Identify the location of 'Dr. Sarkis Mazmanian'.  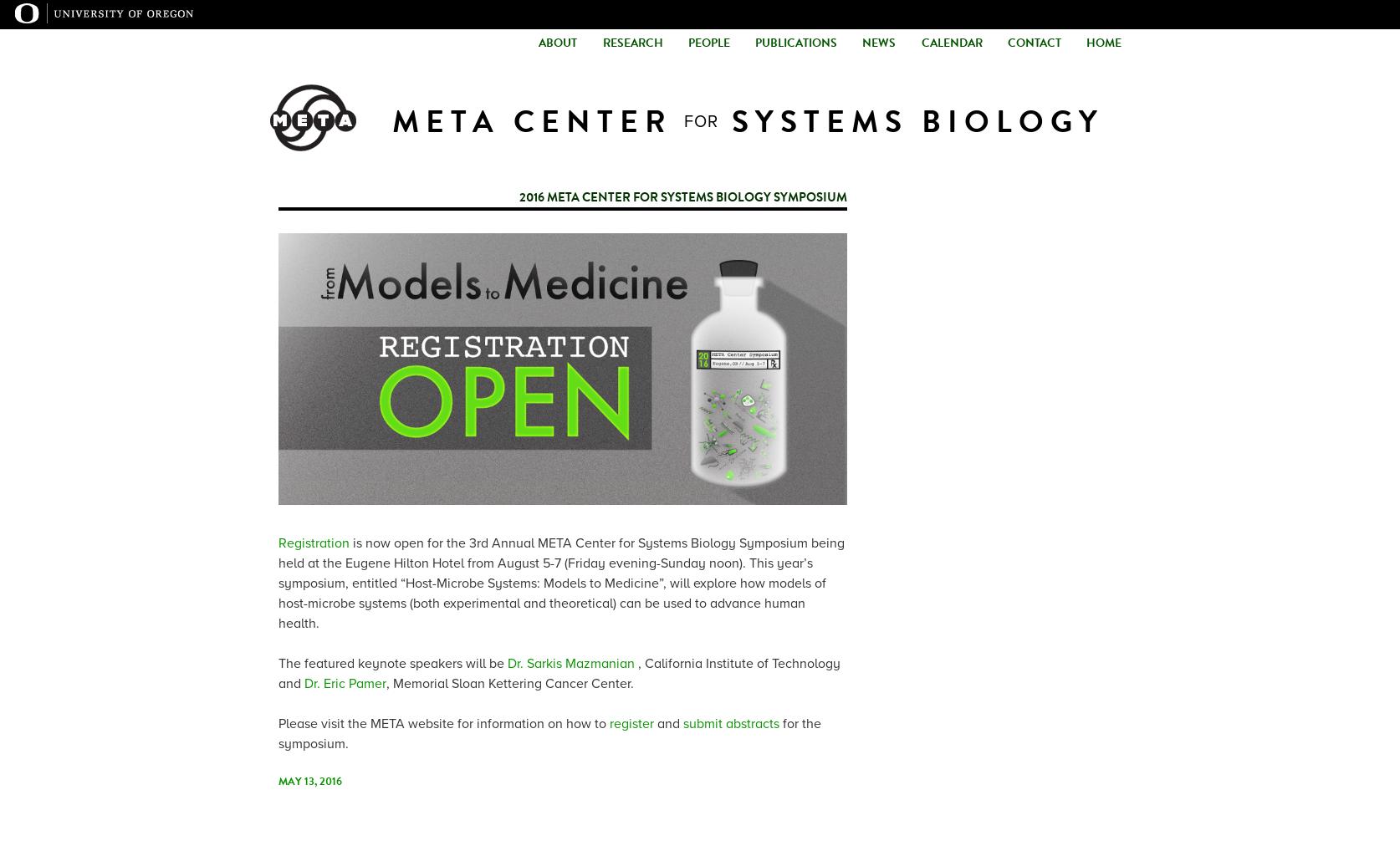
(573, 664).